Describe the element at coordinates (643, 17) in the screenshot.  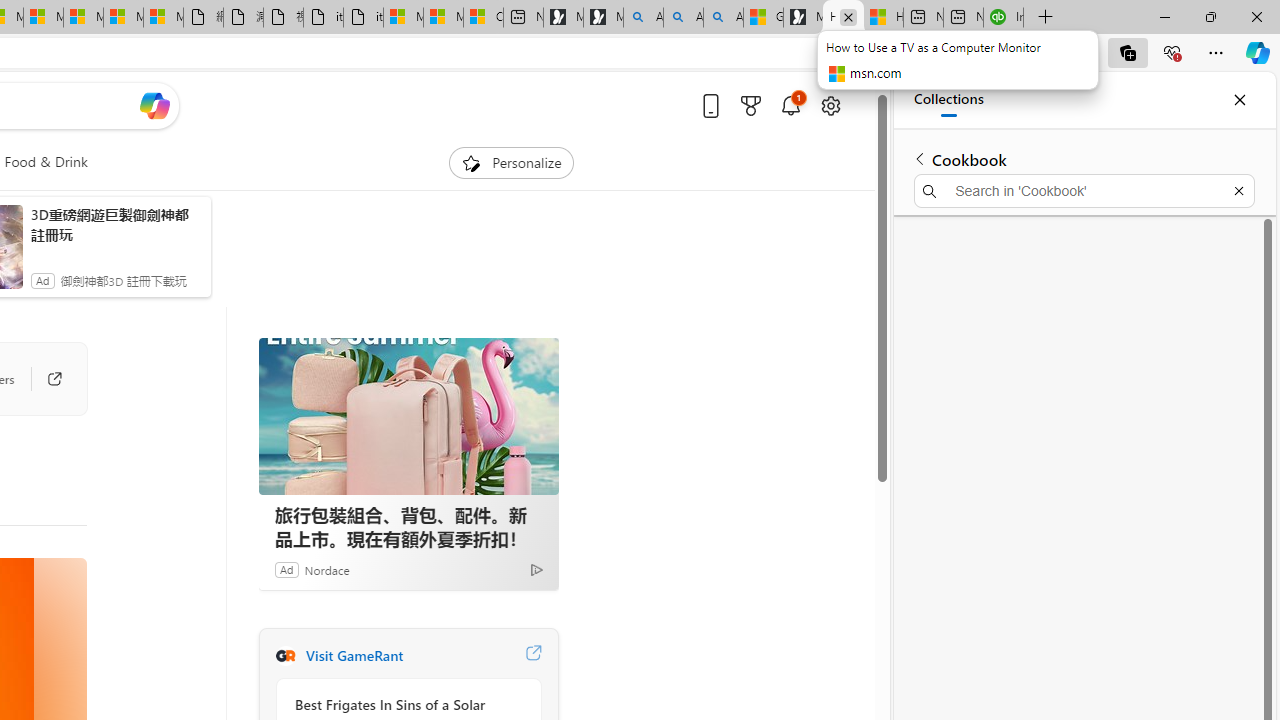
I see `'Alabama high school quarterback dies - Search'` at that location.